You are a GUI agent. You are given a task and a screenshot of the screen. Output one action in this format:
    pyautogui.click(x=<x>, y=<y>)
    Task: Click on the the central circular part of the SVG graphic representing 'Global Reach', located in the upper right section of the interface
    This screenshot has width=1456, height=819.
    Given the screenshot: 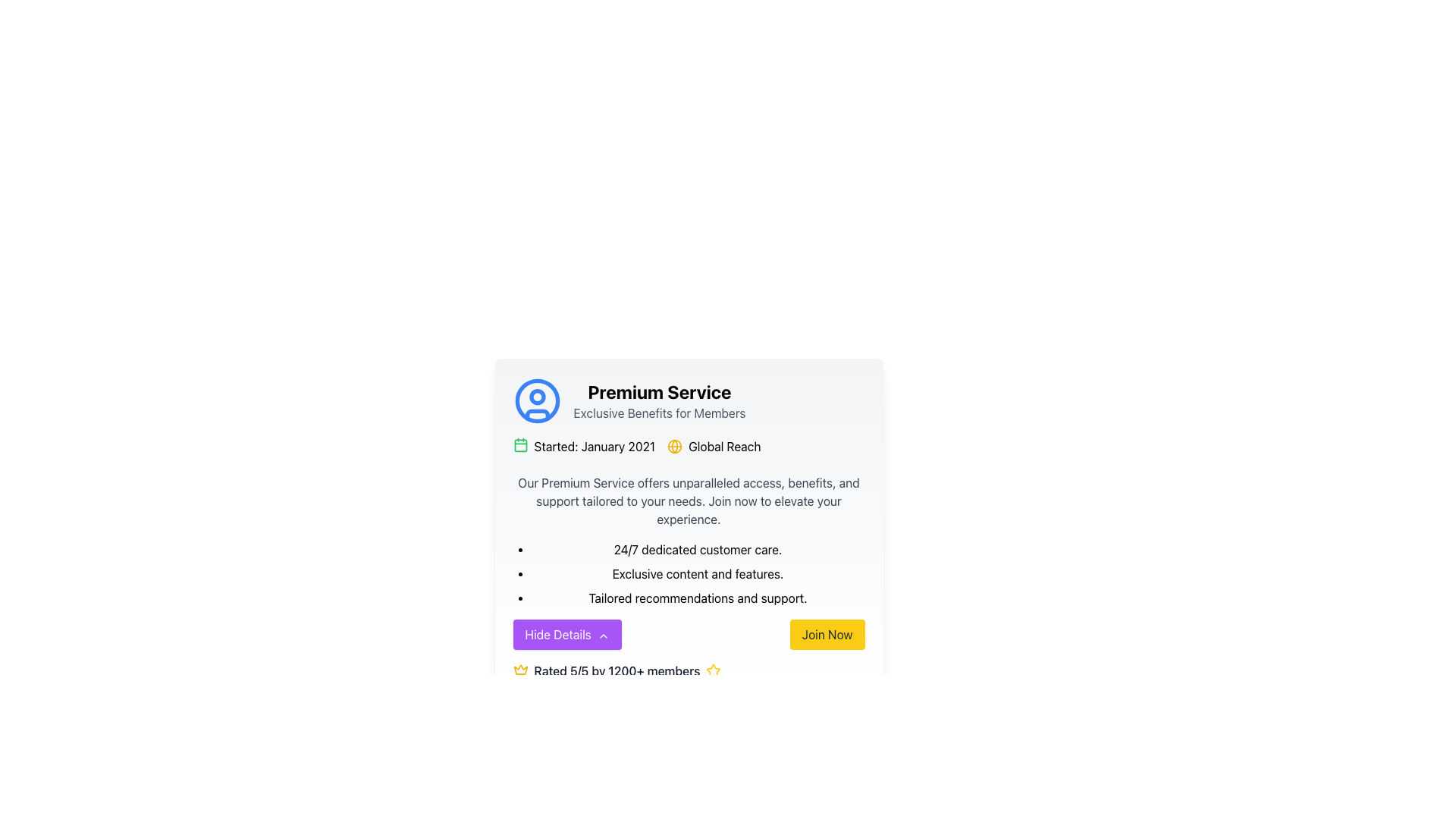 What is the action you would take?
    pyautogui.click(x=674, y=446)
    